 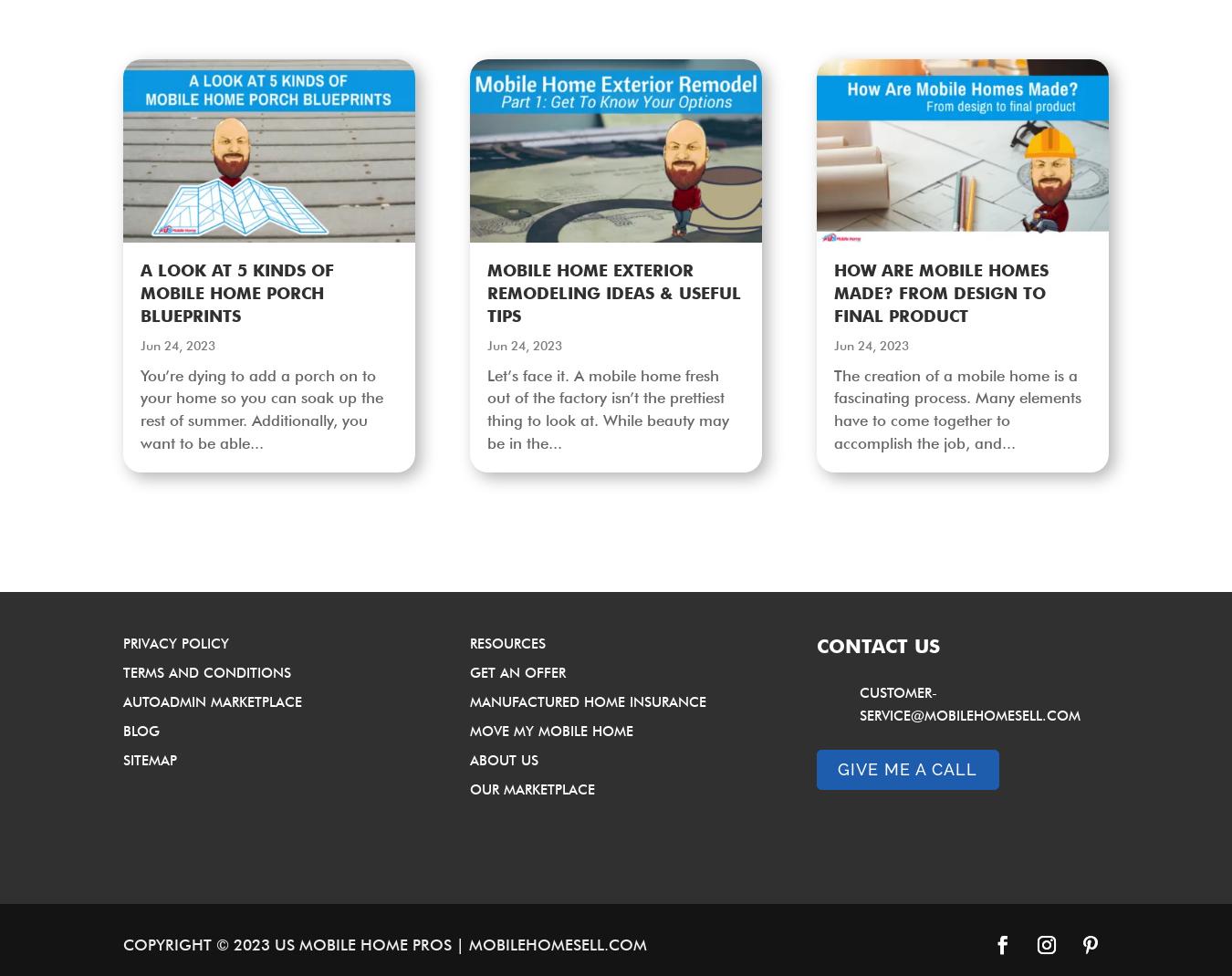 I want to click on 'Give me a Call', so click(x=906, y=768).